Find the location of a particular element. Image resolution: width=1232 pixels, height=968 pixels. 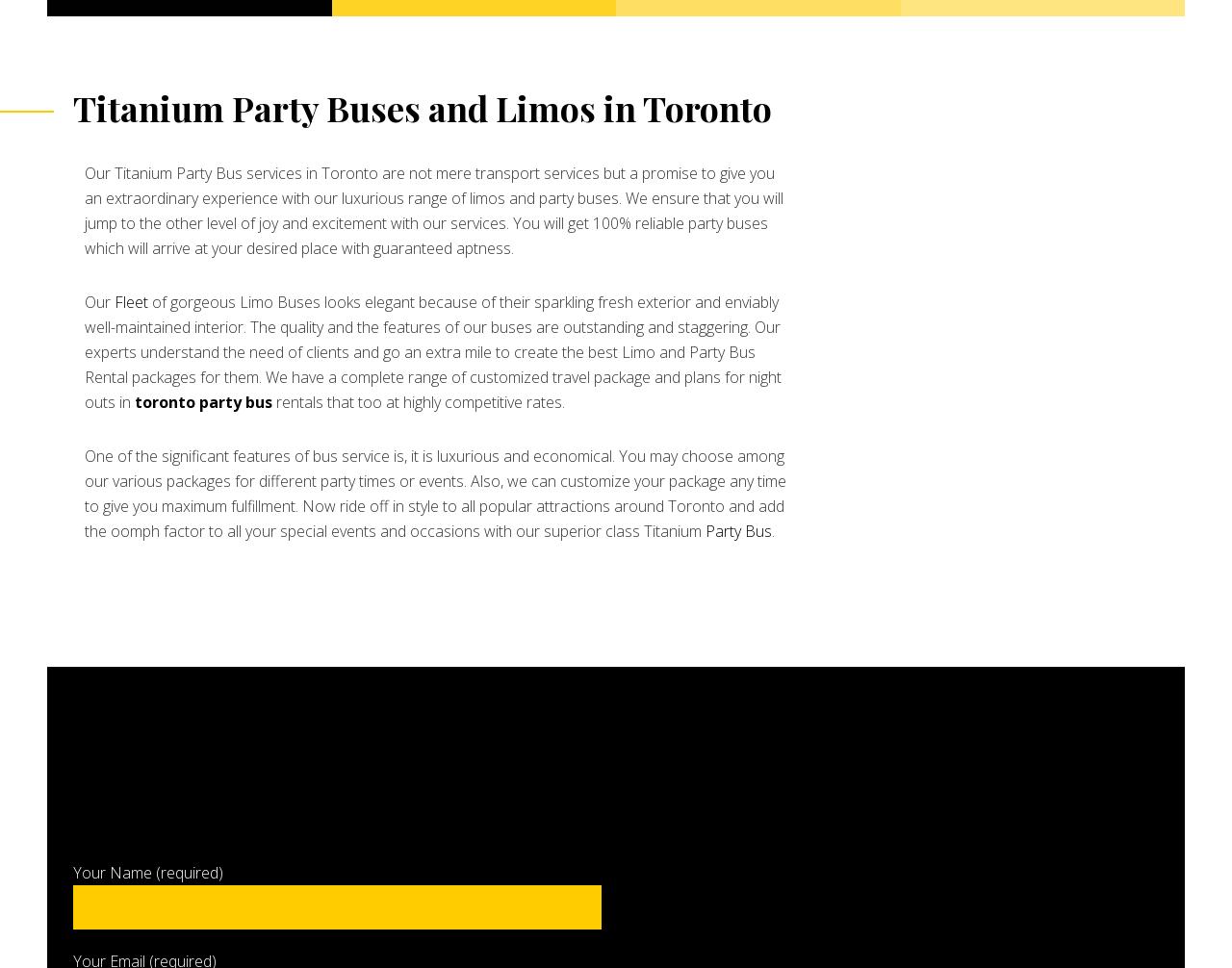

'One of the significant features of bus service is, it is luxurious and economical. You may choose among our various packages for different party times or events. Also, we can customize your package any time to give you maximum fulfillment. Now ride off in style to all popular attractions around Toronto and add the oomph factor to all your special events and occasions with our superior class Titanium' is located at coordinates (434, 493).